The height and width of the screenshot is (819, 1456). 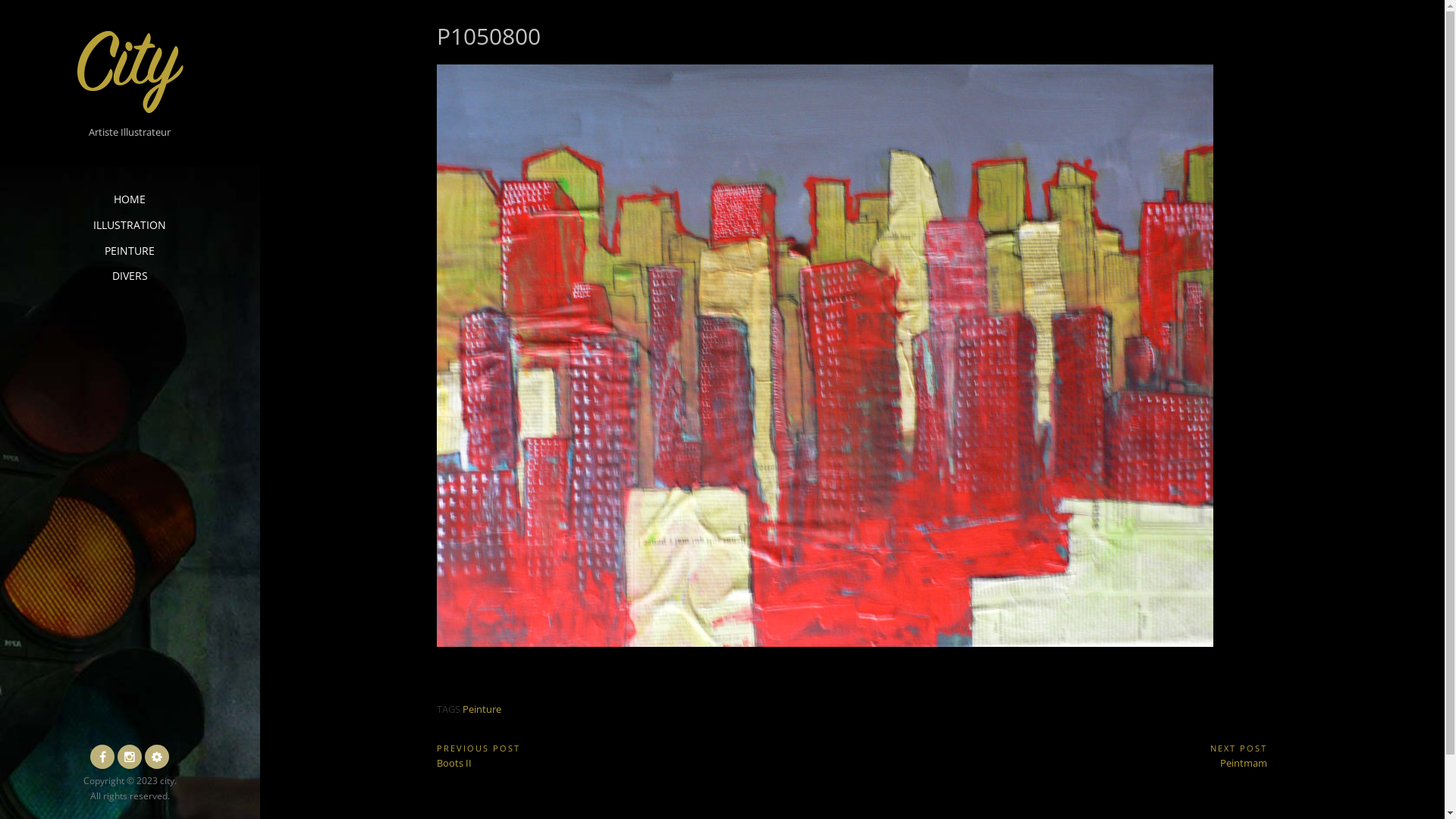 What do you see at coordinates (644, 755) in the screenshot?
I see `'PREVIOUS POST` at bounding box center [644, 755].